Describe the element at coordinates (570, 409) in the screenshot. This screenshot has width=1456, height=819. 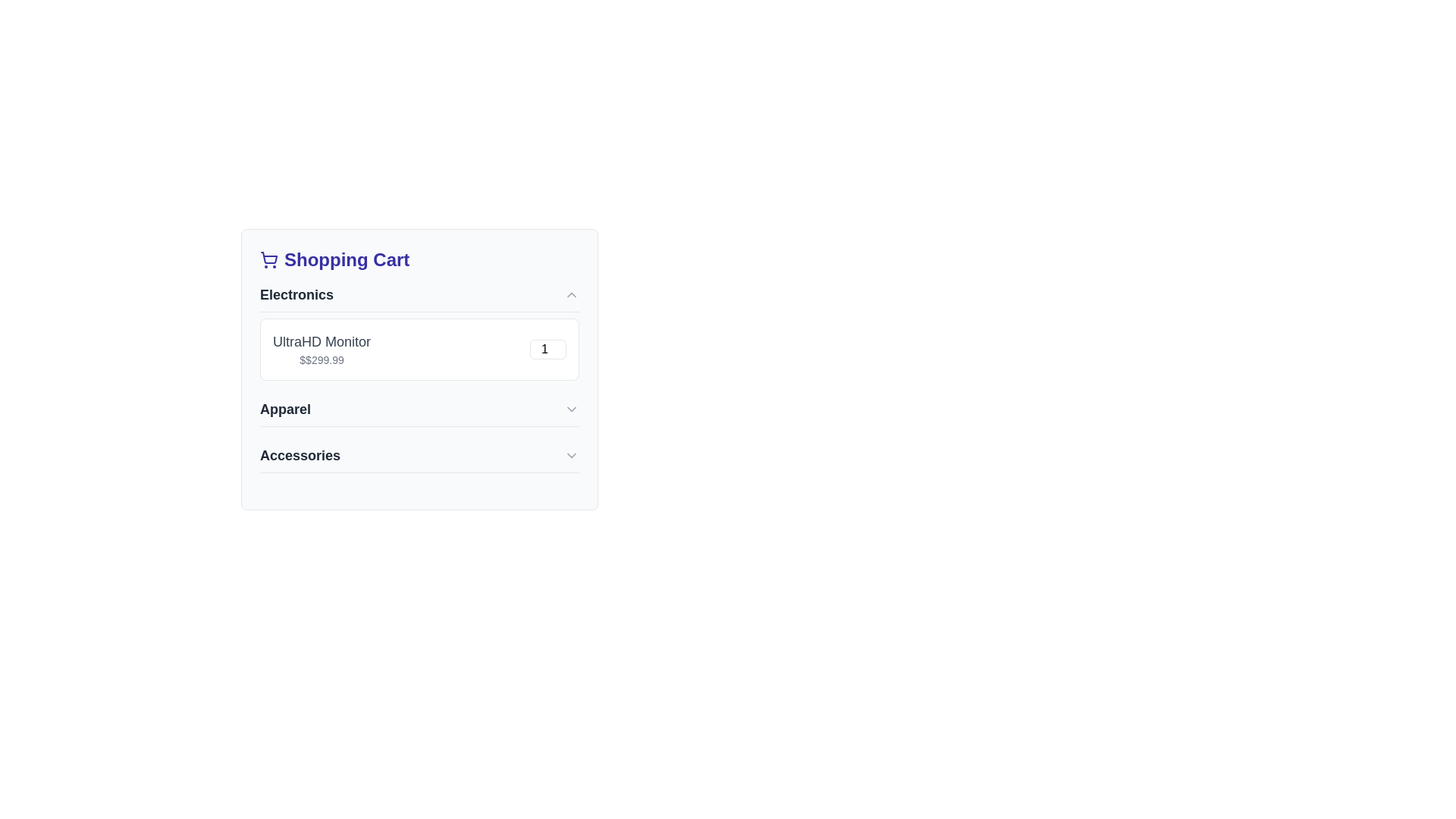
I see `the downward-facing Chevron (dropdown toggle) icon located to the far right in the row containing the text 'Apparel'` at that location.